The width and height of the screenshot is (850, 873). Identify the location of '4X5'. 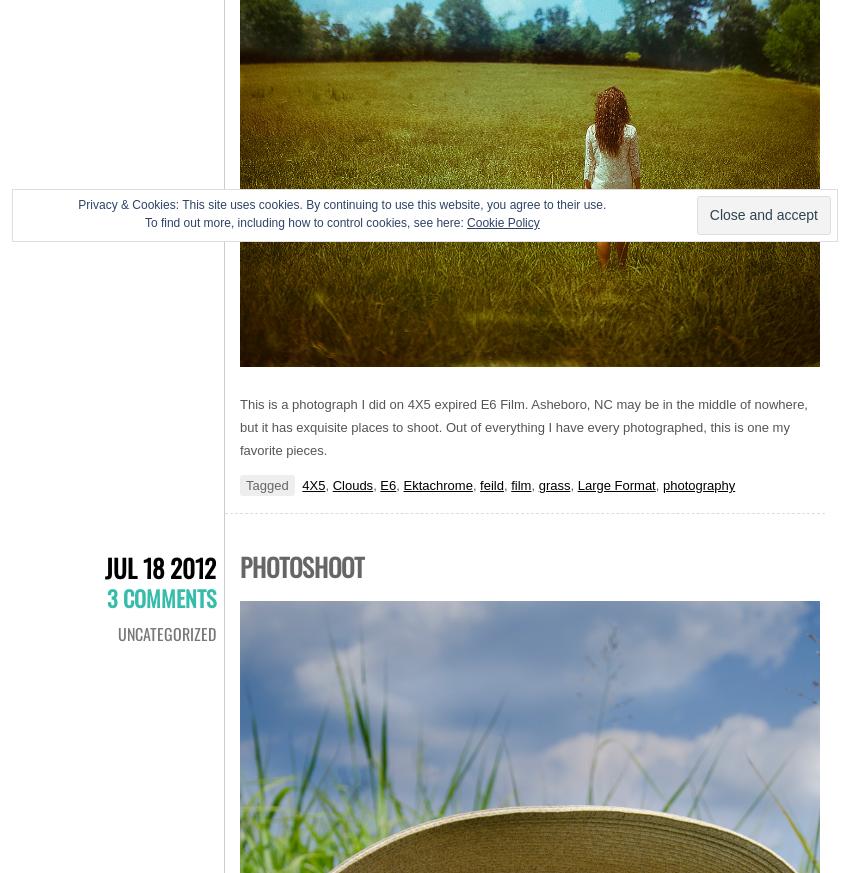
(313, 485).